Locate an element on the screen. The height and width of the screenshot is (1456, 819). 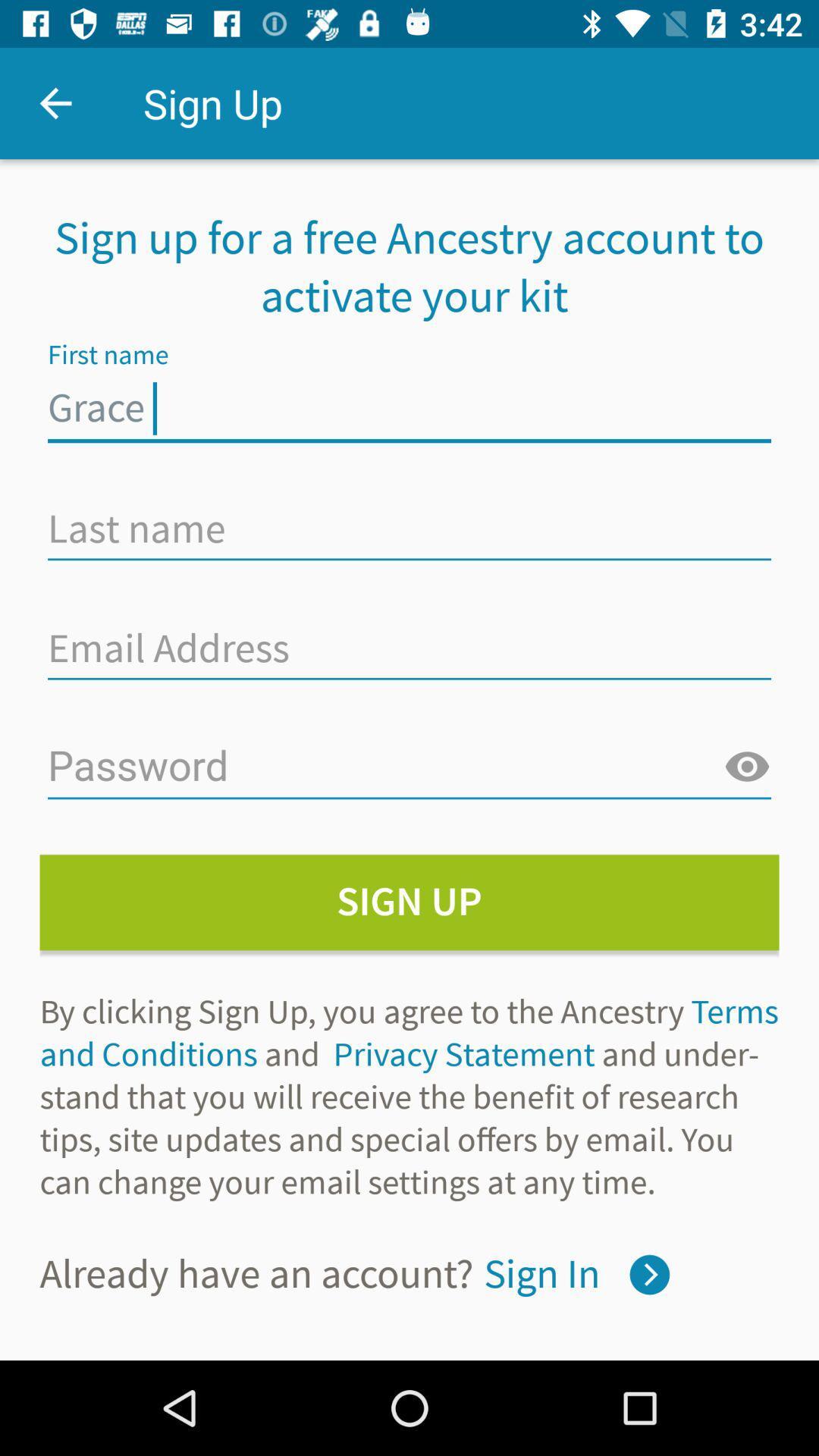
show/hide password is located at coordinates (746, 767).